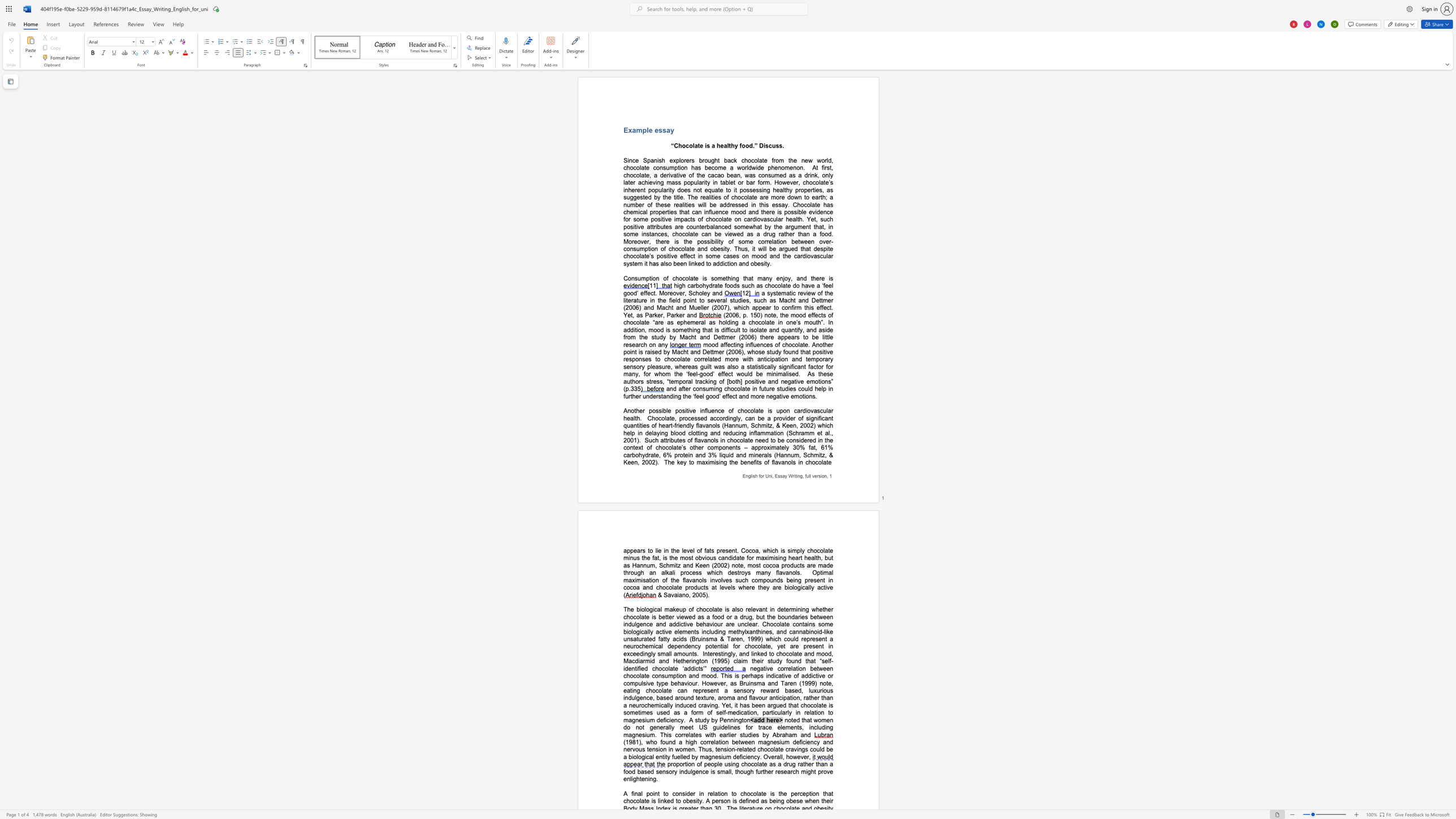 This screenshot has width=1456, height=819. Describe the element at coordinates (769, 572) in the screenshot. I see `the 3th character "y" in the text` at that location.